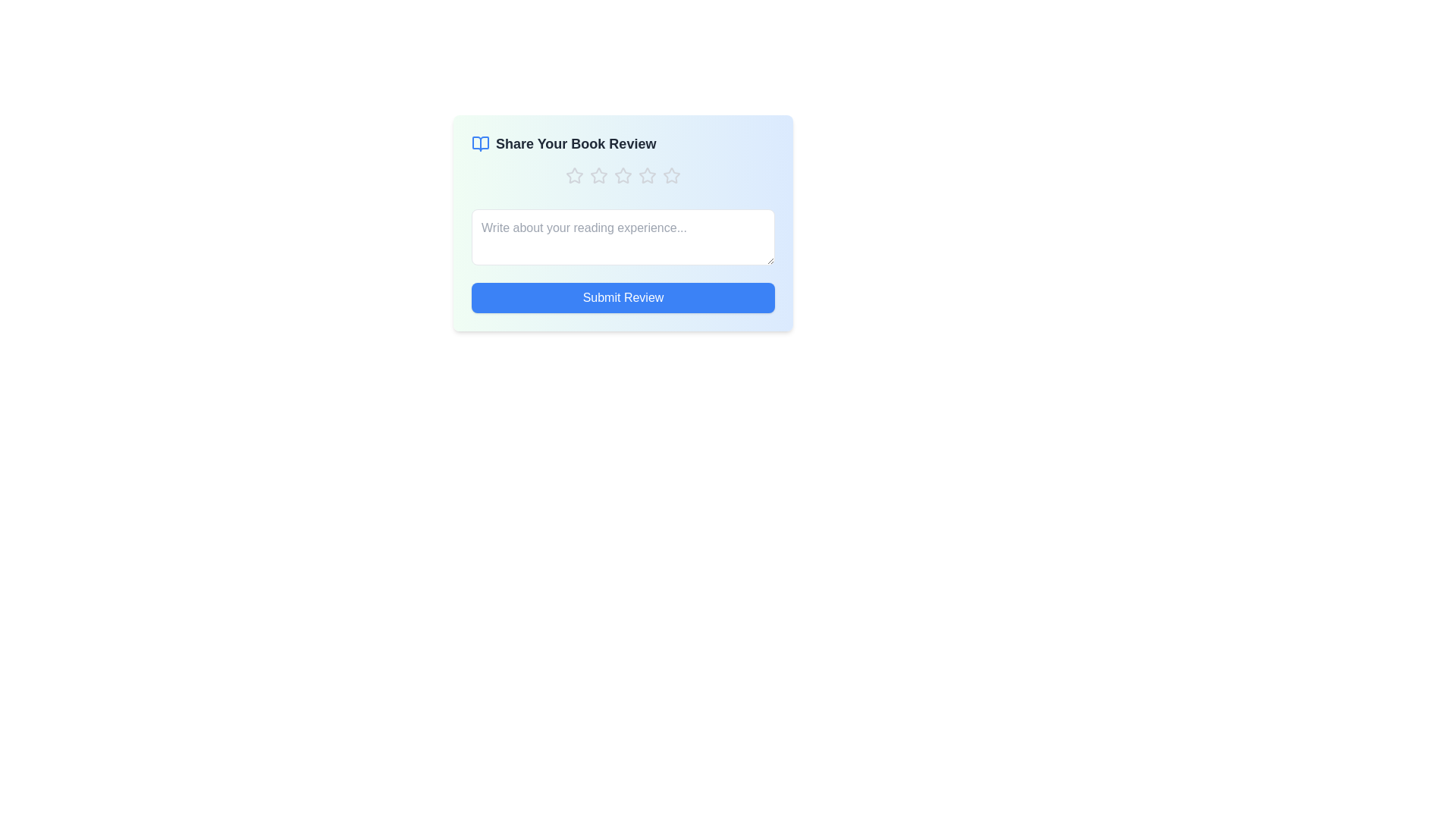 Image resolution: width=1456 pixels, height=819 pixels. Describe the element at coordinates (623, 237) in the screenshot. I see `the text area to focus on it` at that location.